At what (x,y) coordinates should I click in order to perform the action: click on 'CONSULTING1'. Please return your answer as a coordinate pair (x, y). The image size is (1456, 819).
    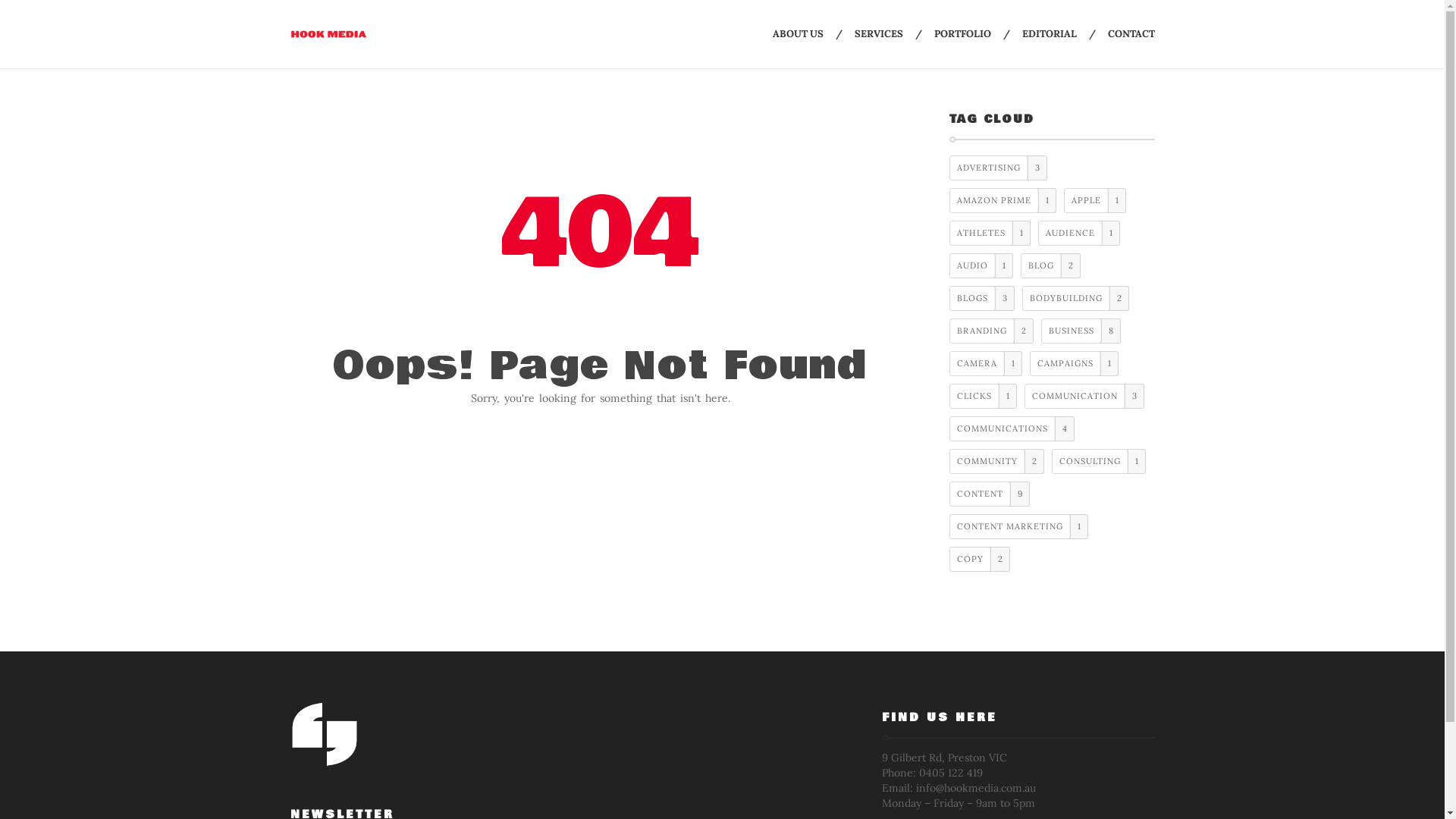
    Looking at the image, I should click on (1099, 460).